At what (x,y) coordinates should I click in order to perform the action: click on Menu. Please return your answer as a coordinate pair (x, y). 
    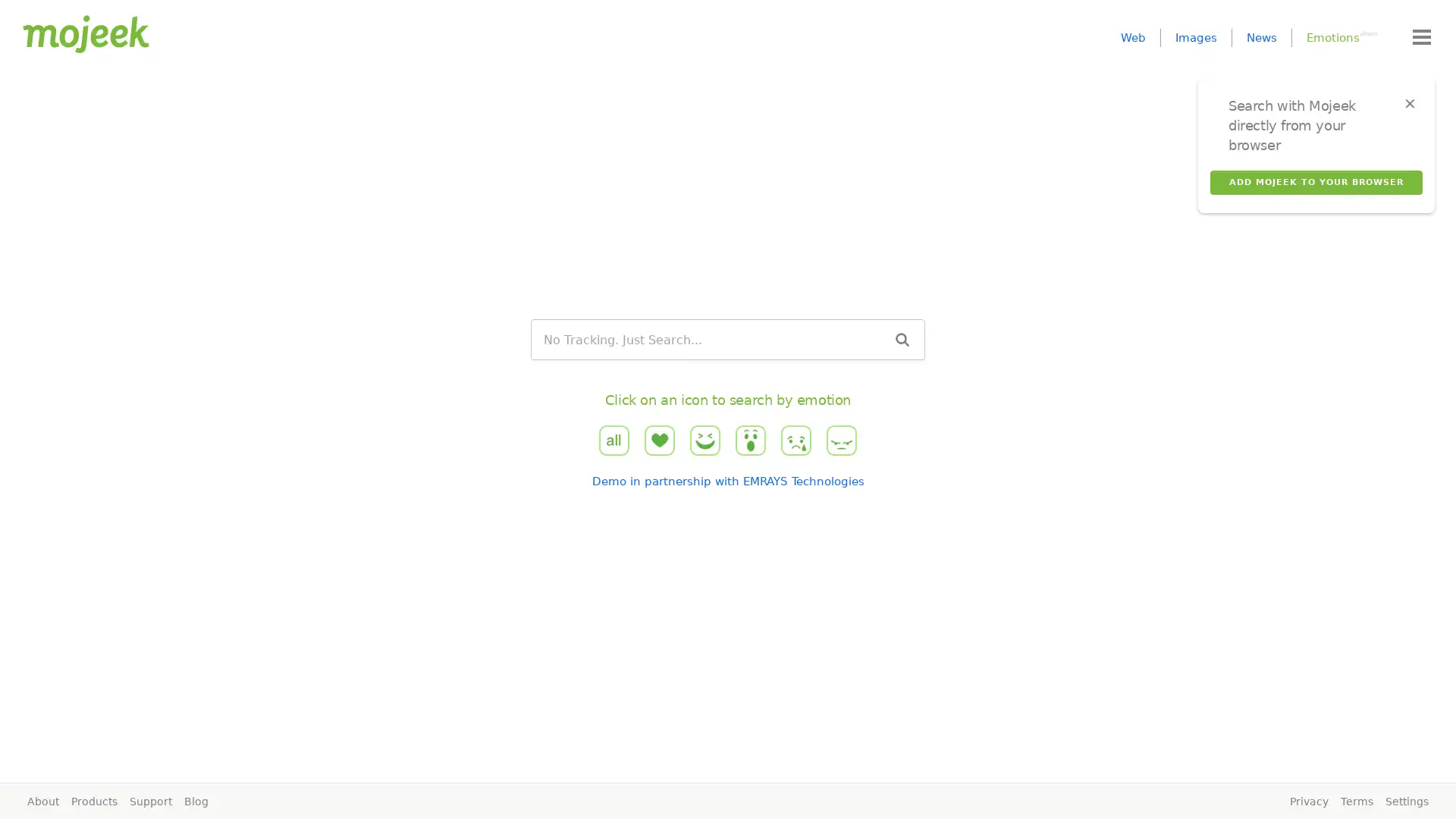
    Looking at the image, I should click on (1421, 35).